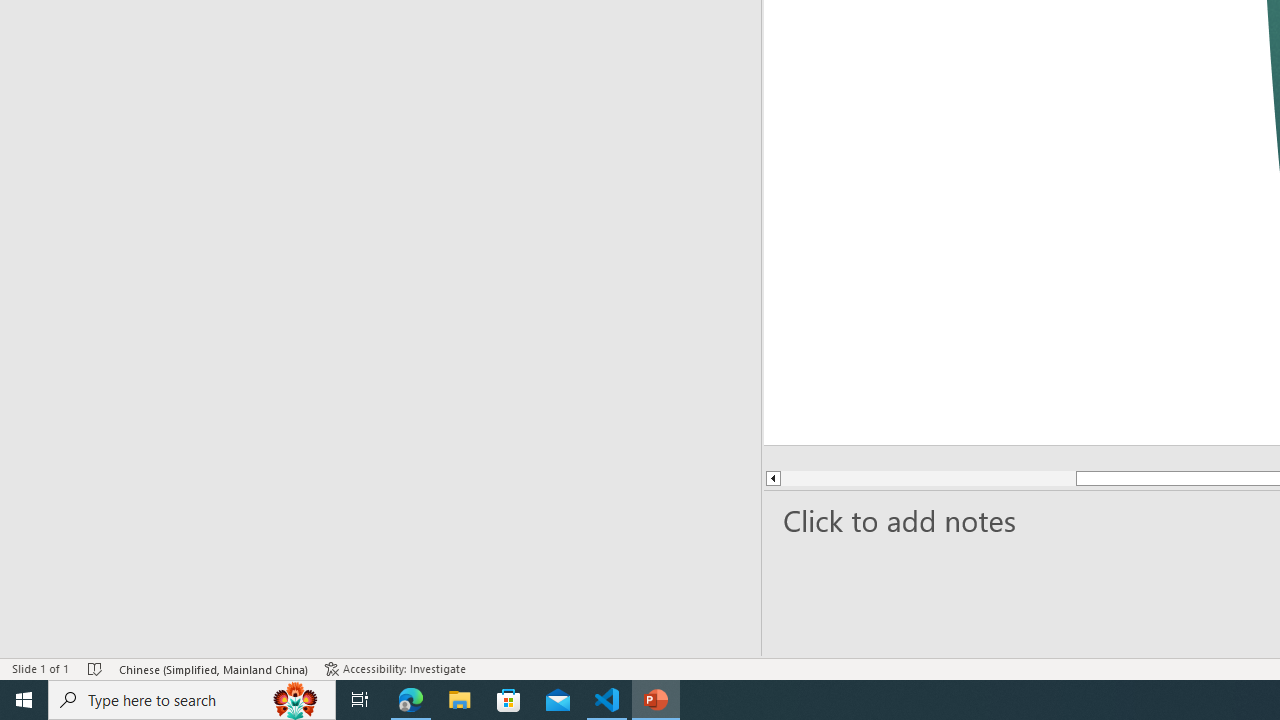 This screenshot has height=720, width=1280. I want to click on 'Spell Check No Errors', so click(95, 669).